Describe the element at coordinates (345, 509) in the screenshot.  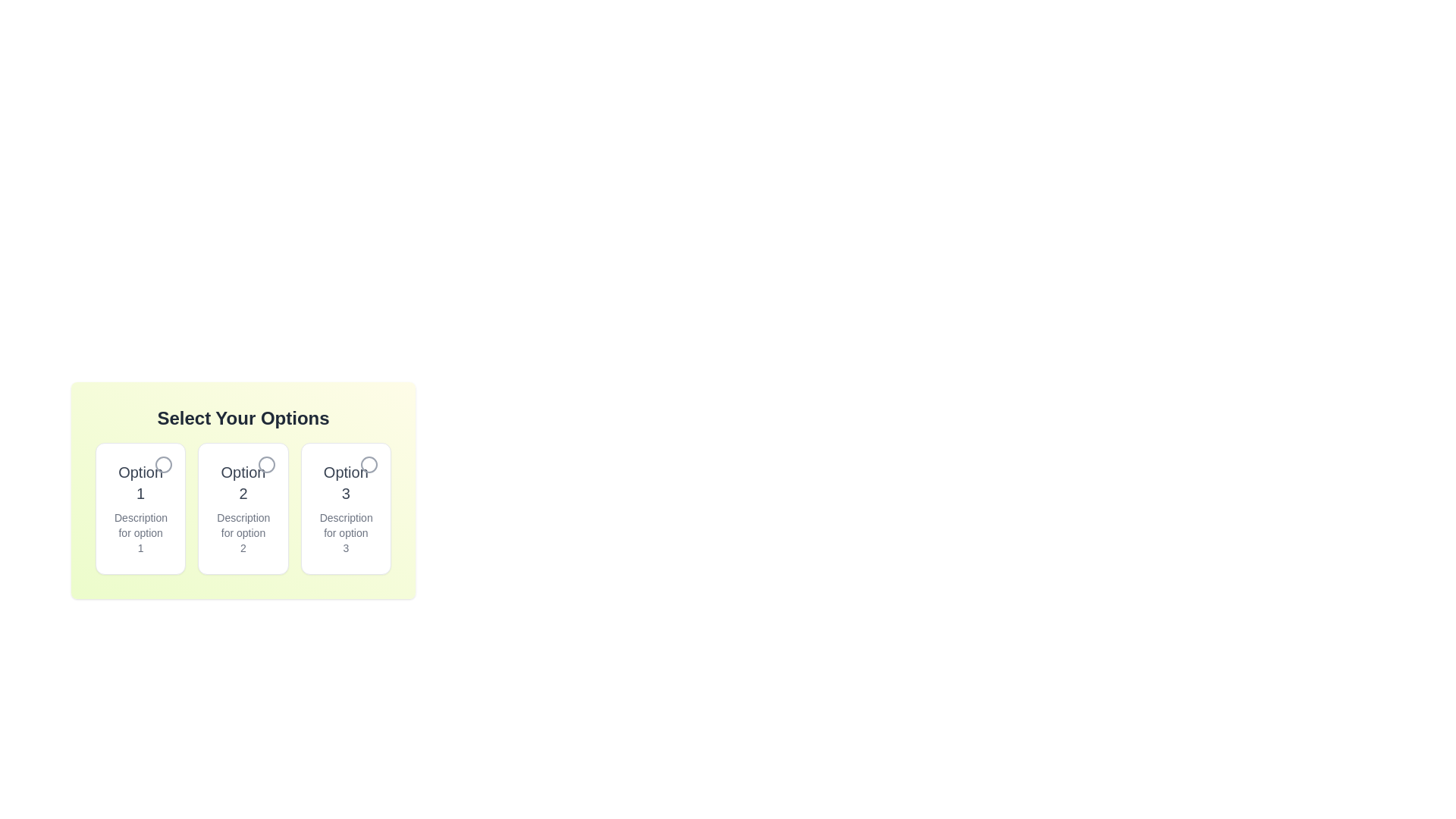
I see `the card with ID 3` at that location.